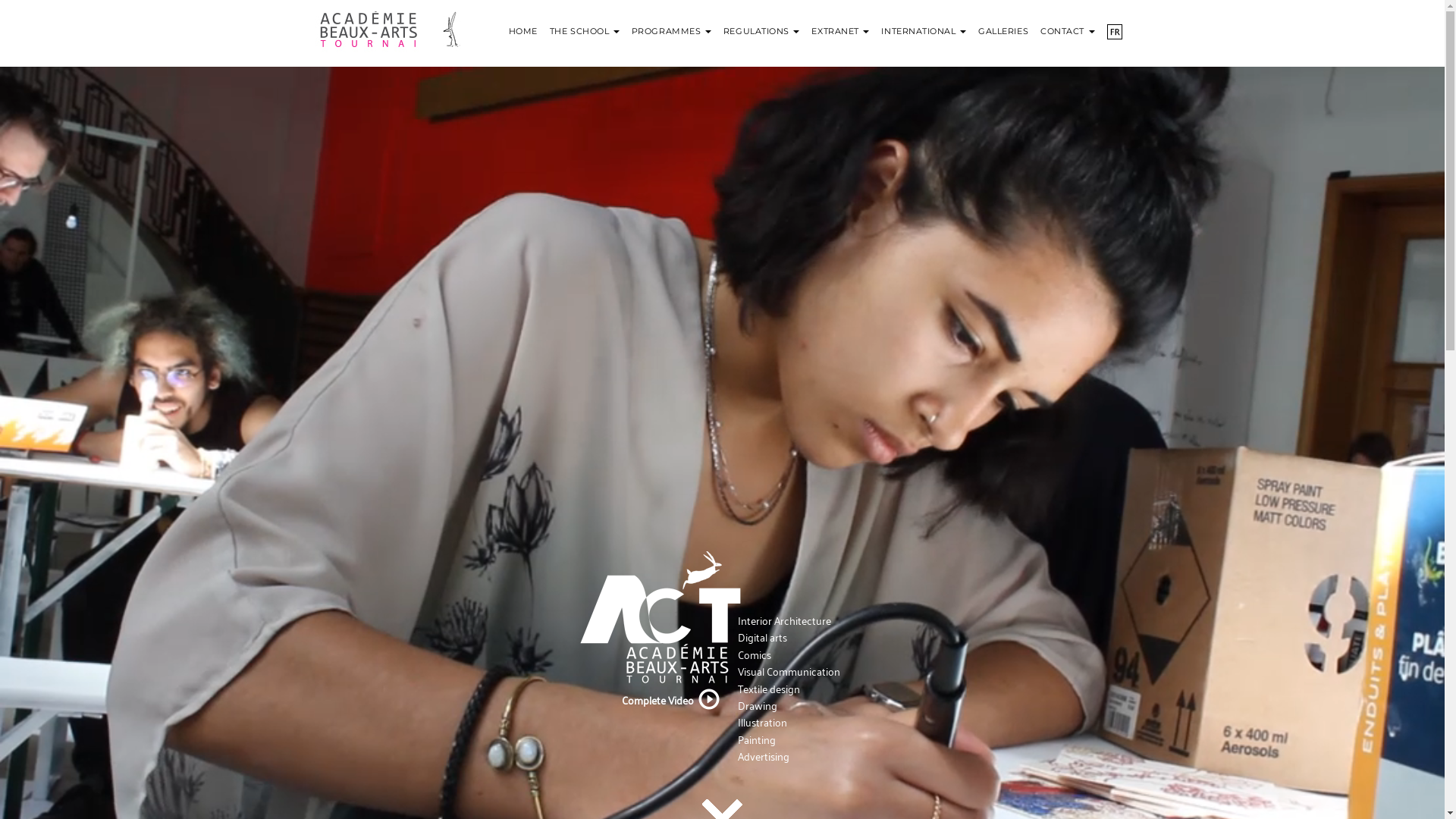 Image resolution: width=1456 pixels, height=819 pixels. Describe the element at coordinates (839, 23) in the screenshot. I see `'EXTRANET'` at that location.